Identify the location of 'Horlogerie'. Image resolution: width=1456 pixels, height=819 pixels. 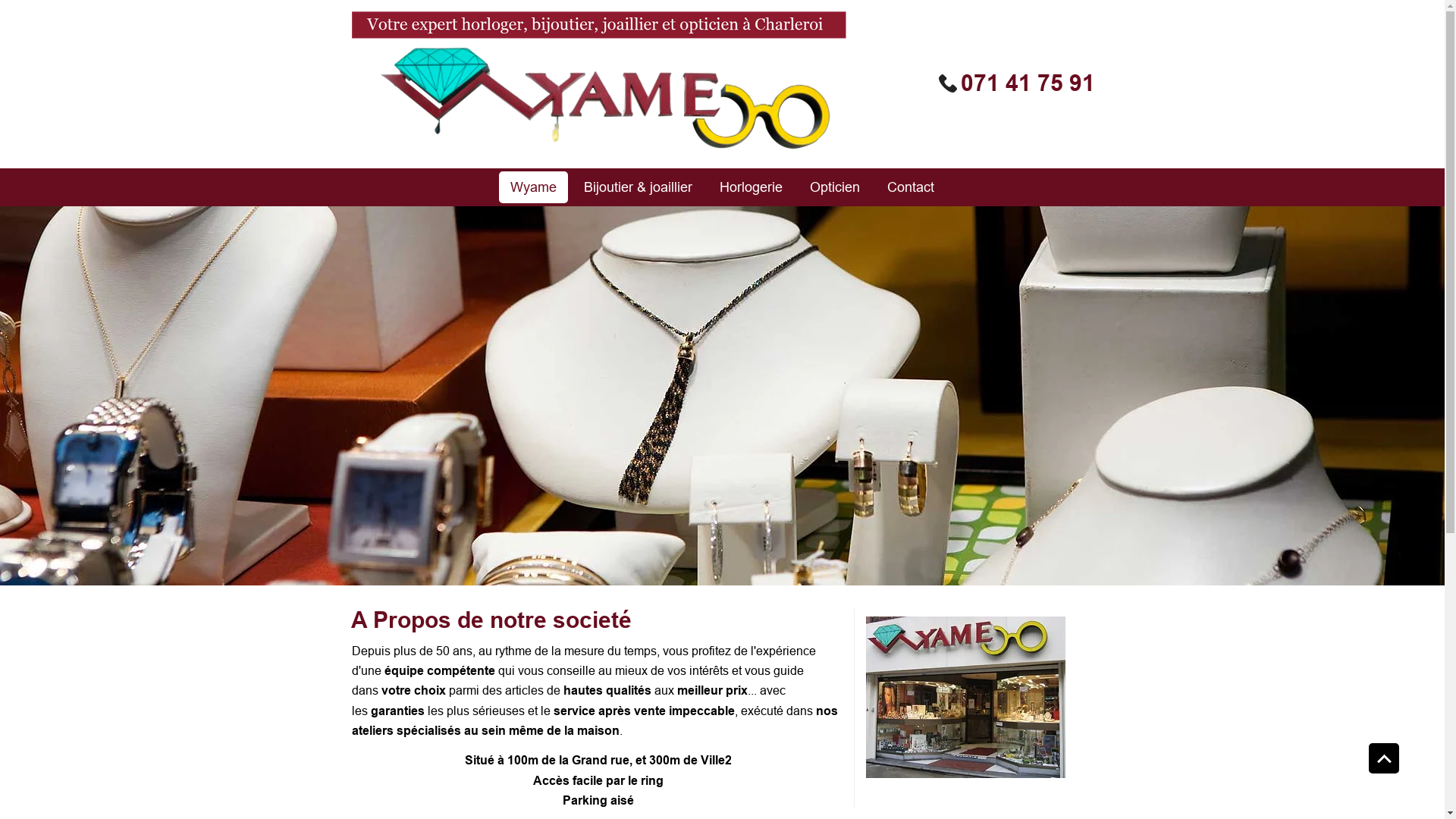
(751, 186).